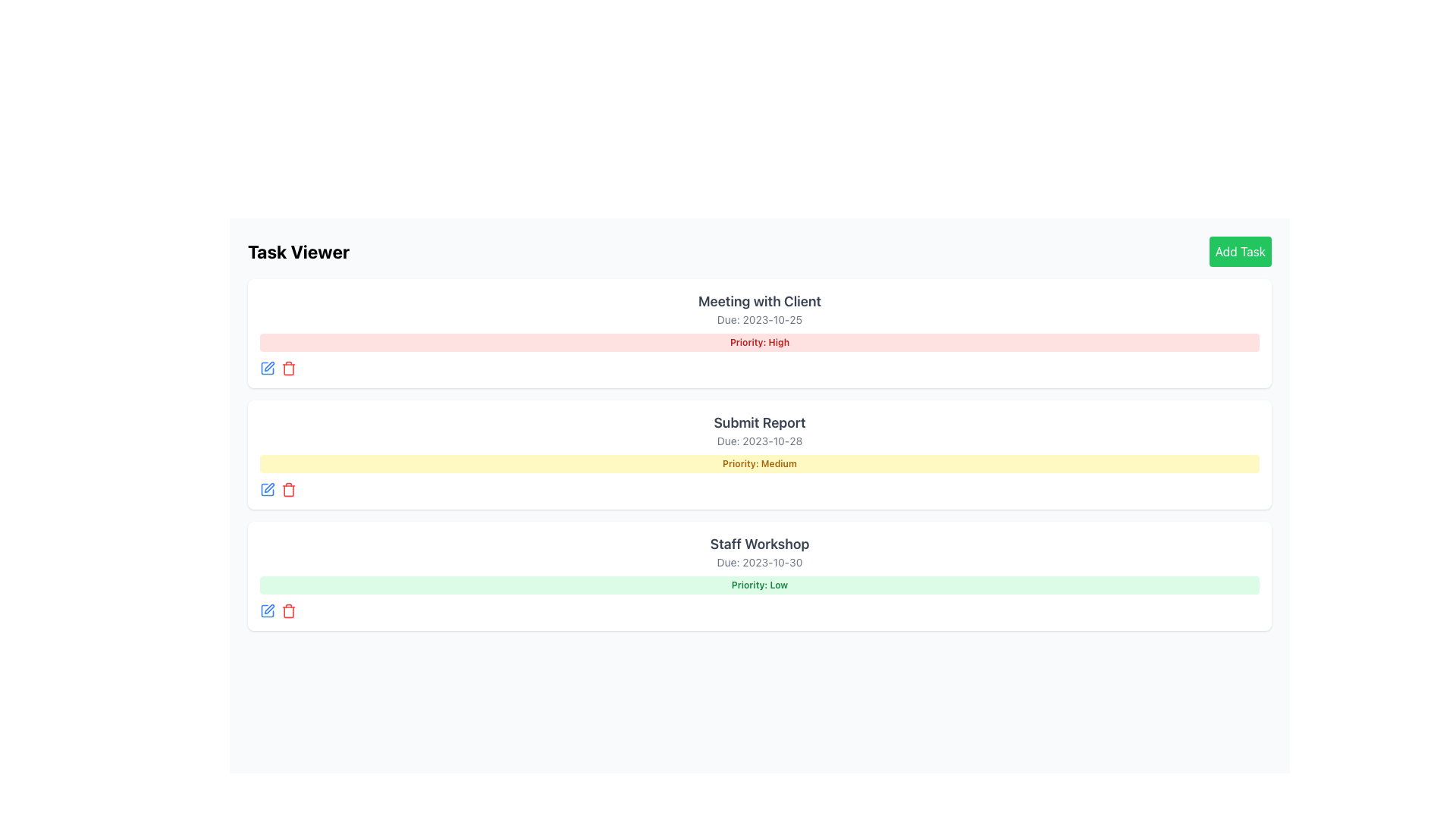  Describe the element at coordinates (268, 489) in the screenshot. I see `the leftmost edit button in the horizontal row of controls beneath the 'Submit Report' task item to modify the associated task` at that location.